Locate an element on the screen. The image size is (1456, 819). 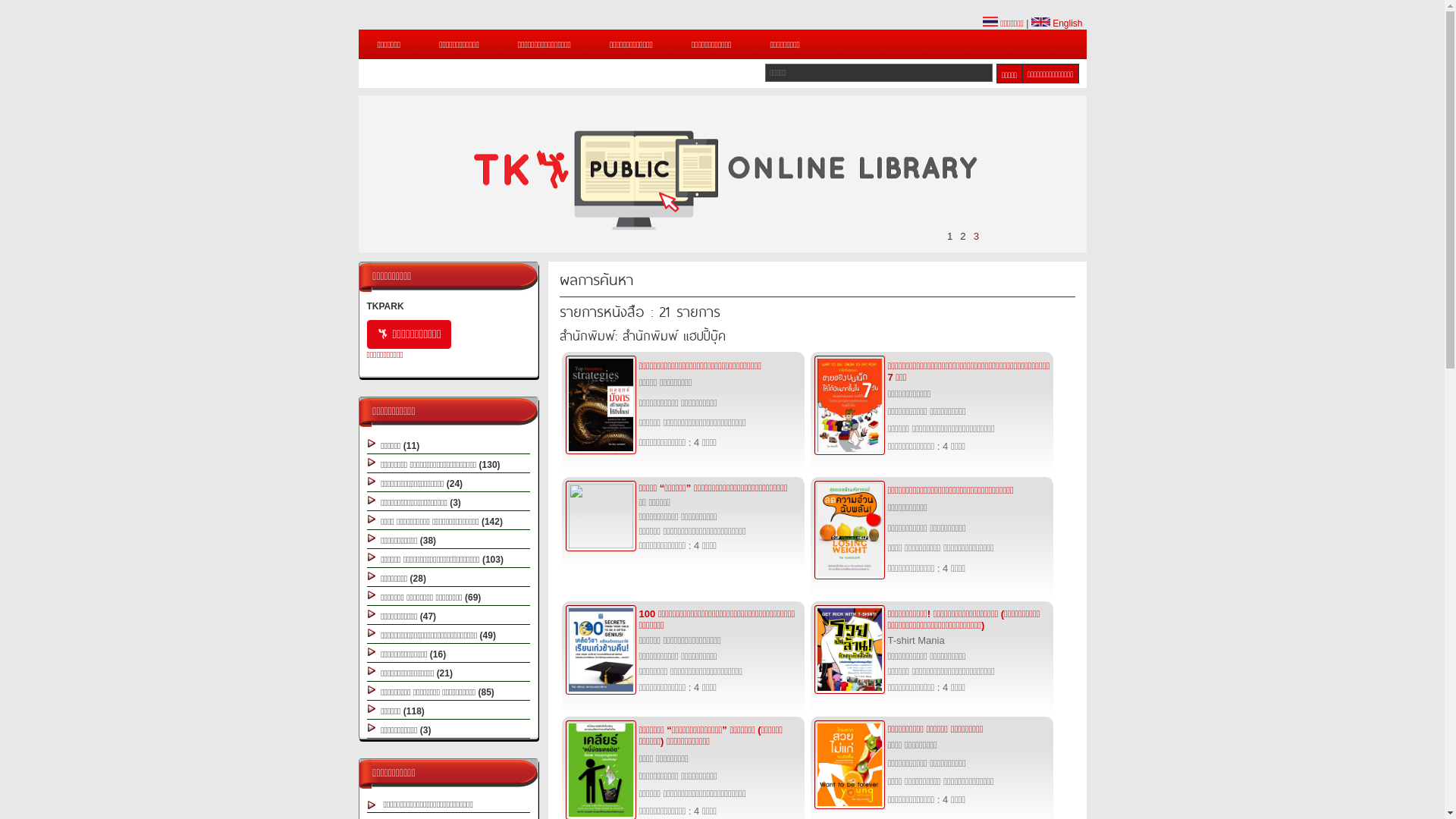
'3' is located at coordinates (976, 236).